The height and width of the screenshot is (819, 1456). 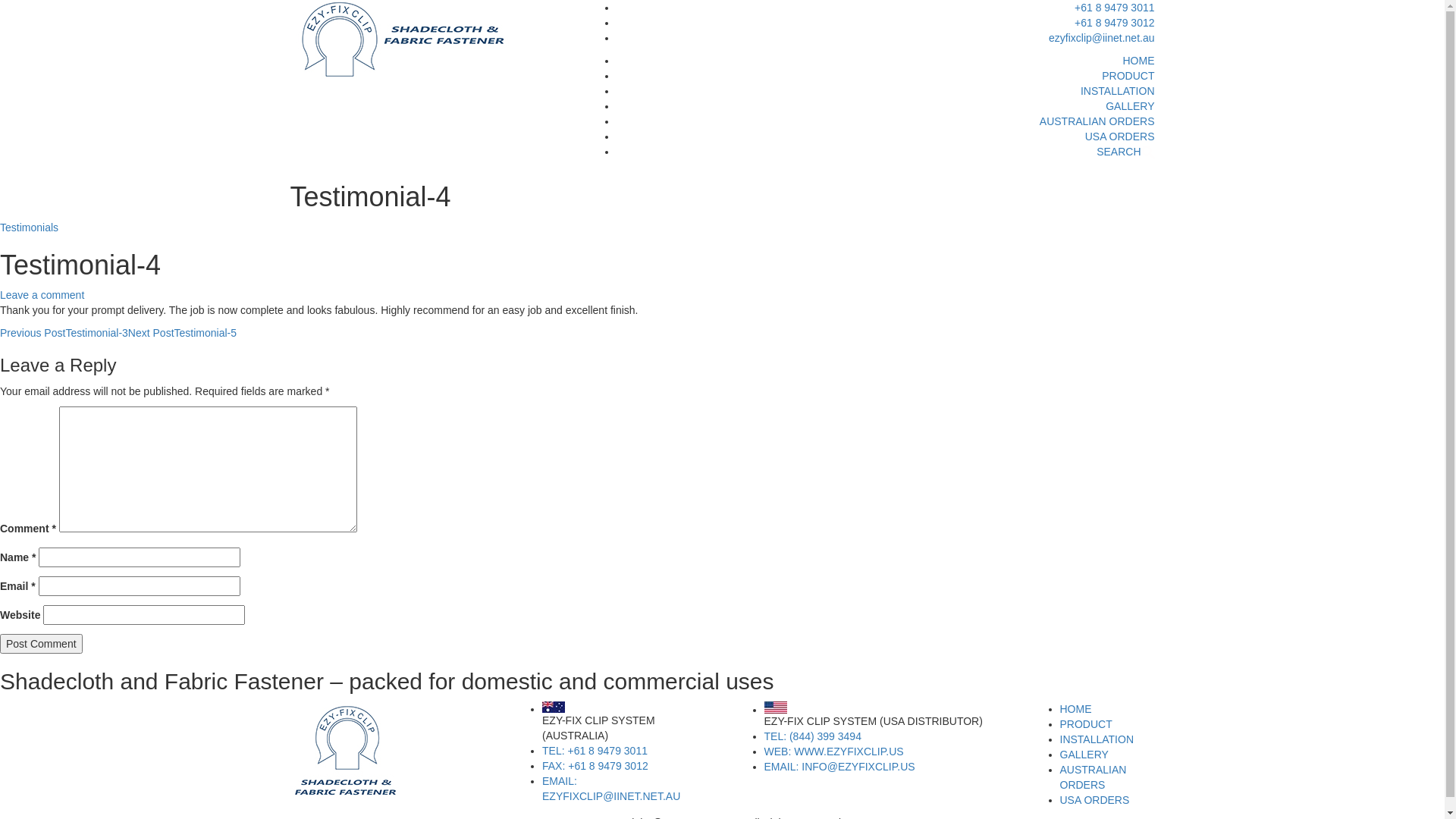 I want to click on 'EMAIL: INFO@EZYFIXCLIP.US', so click(x=839, y=766).